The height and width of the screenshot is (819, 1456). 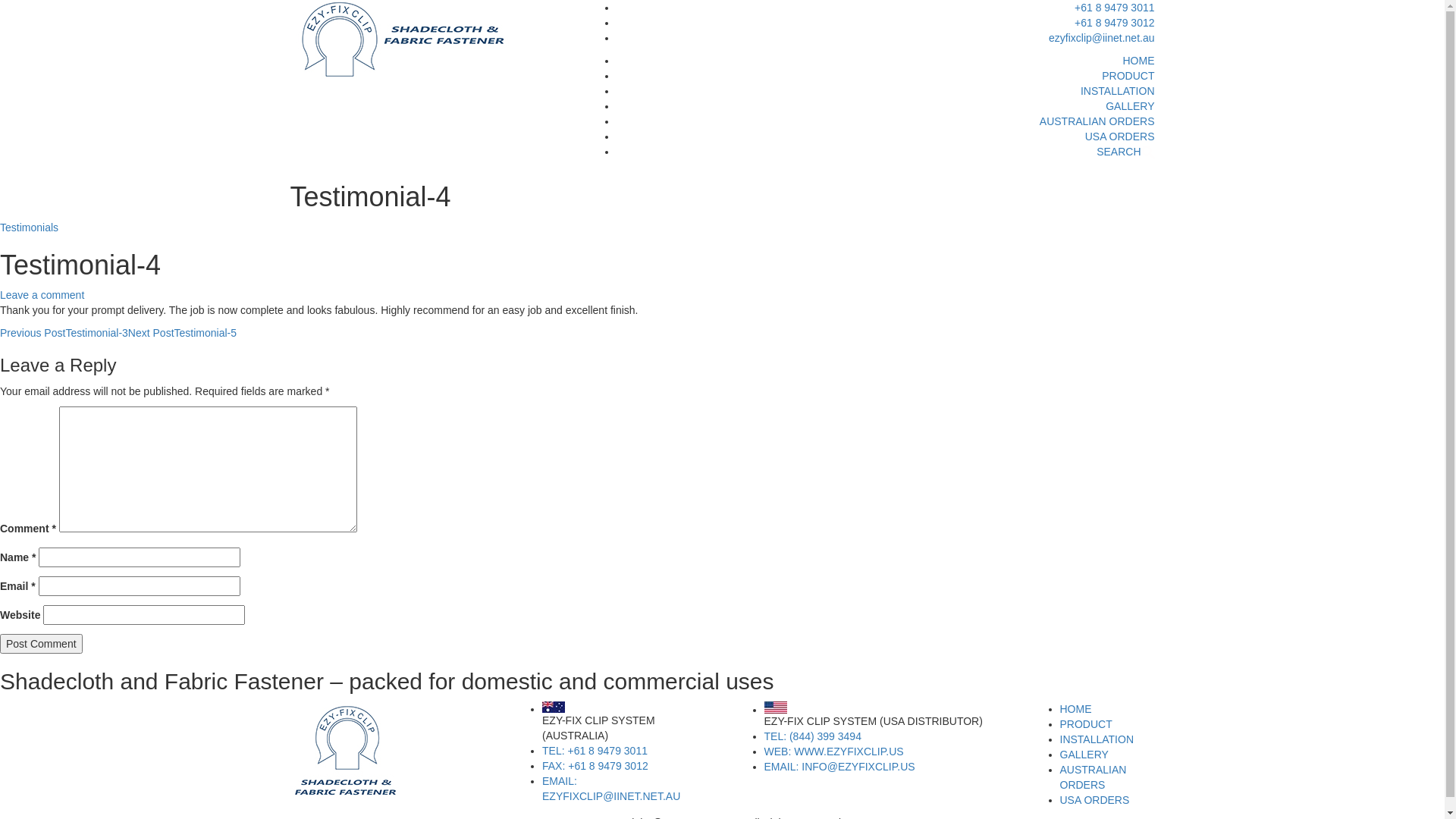 I want to click on 'EMAIL: INFO@EZYFIXCLIP.US', so click(x=839, y=766).